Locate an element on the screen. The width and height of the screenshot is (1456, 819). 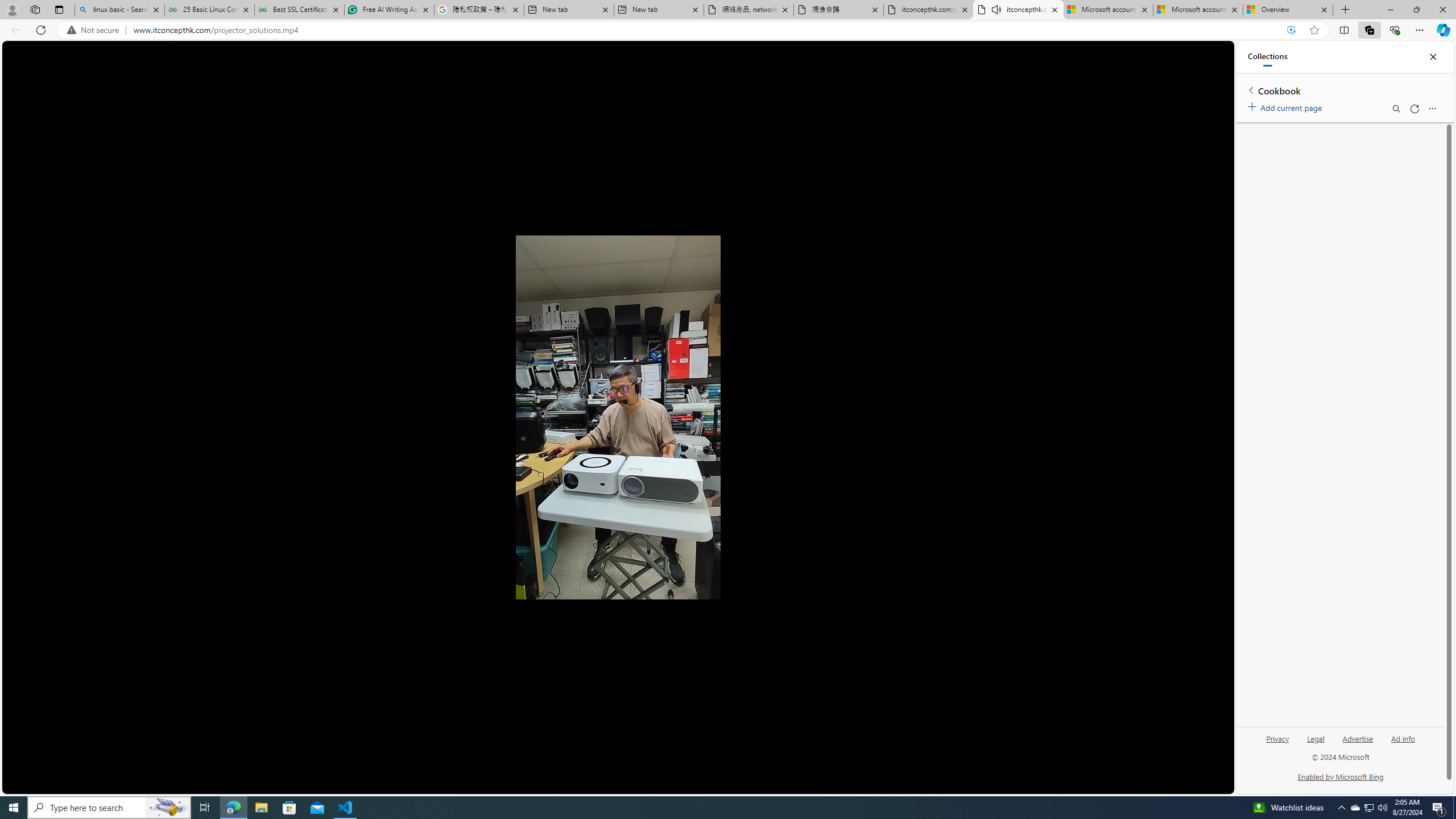
'Not secure' is located at coordinates (95, 30).